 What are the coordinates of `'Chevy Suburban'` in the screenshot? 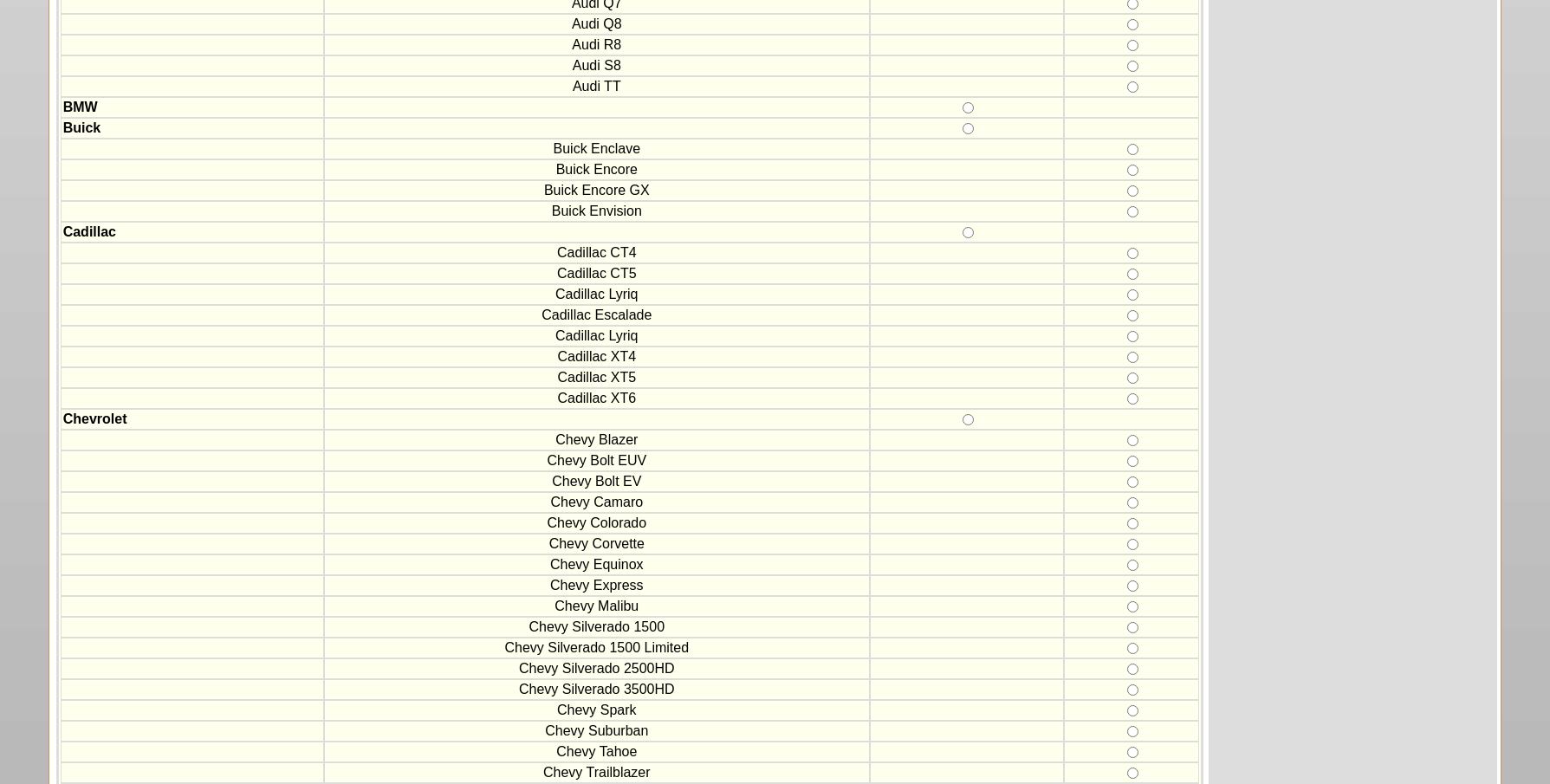 It's located at (545, 729).